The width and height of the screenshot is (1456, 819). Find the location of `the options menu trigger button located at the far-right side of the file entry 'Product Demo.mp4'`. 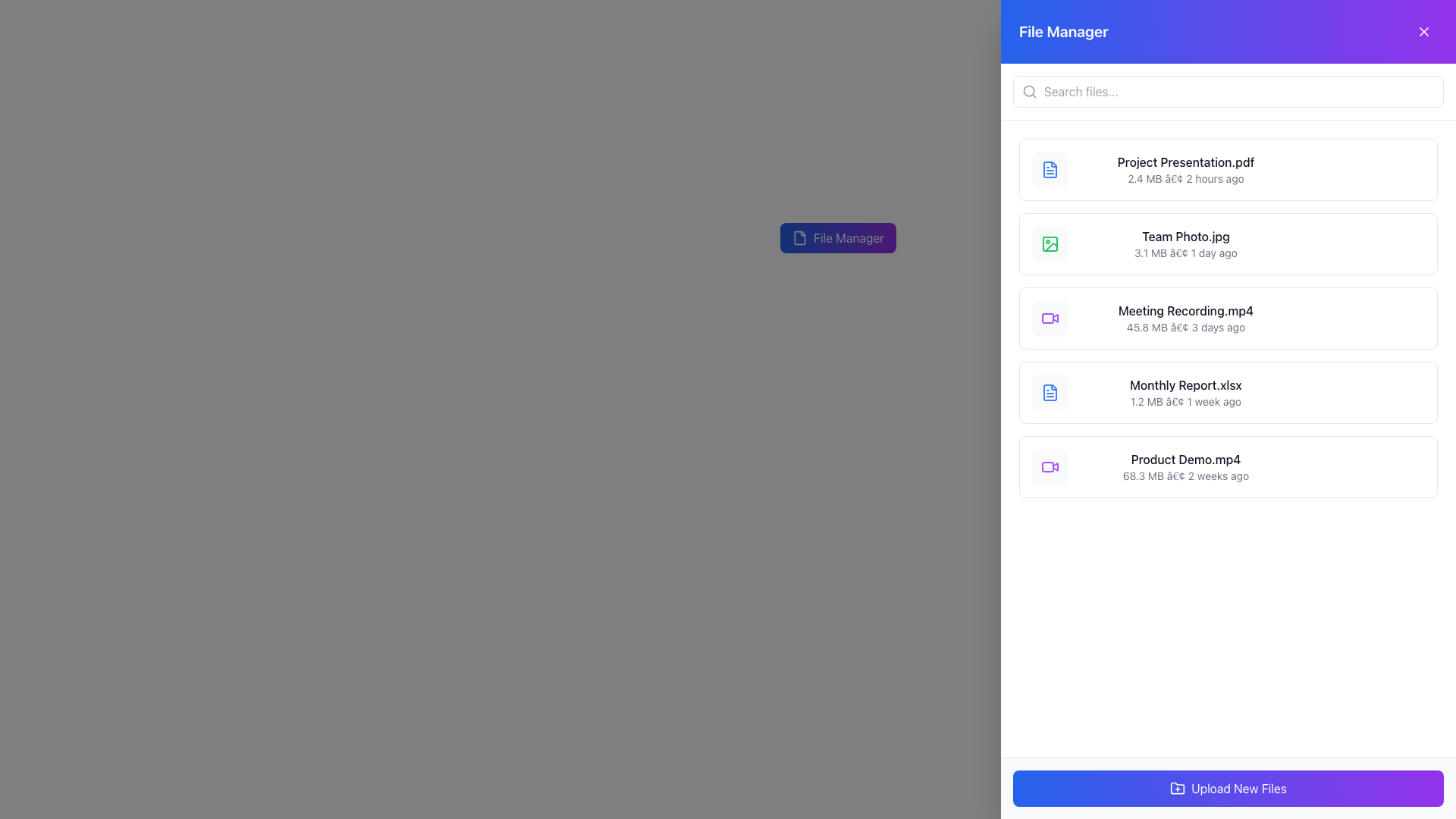

the options menu trigger button located at the far-right side of the file entry 'Product Demo.mp4' is located at coordinates (1411, 466).